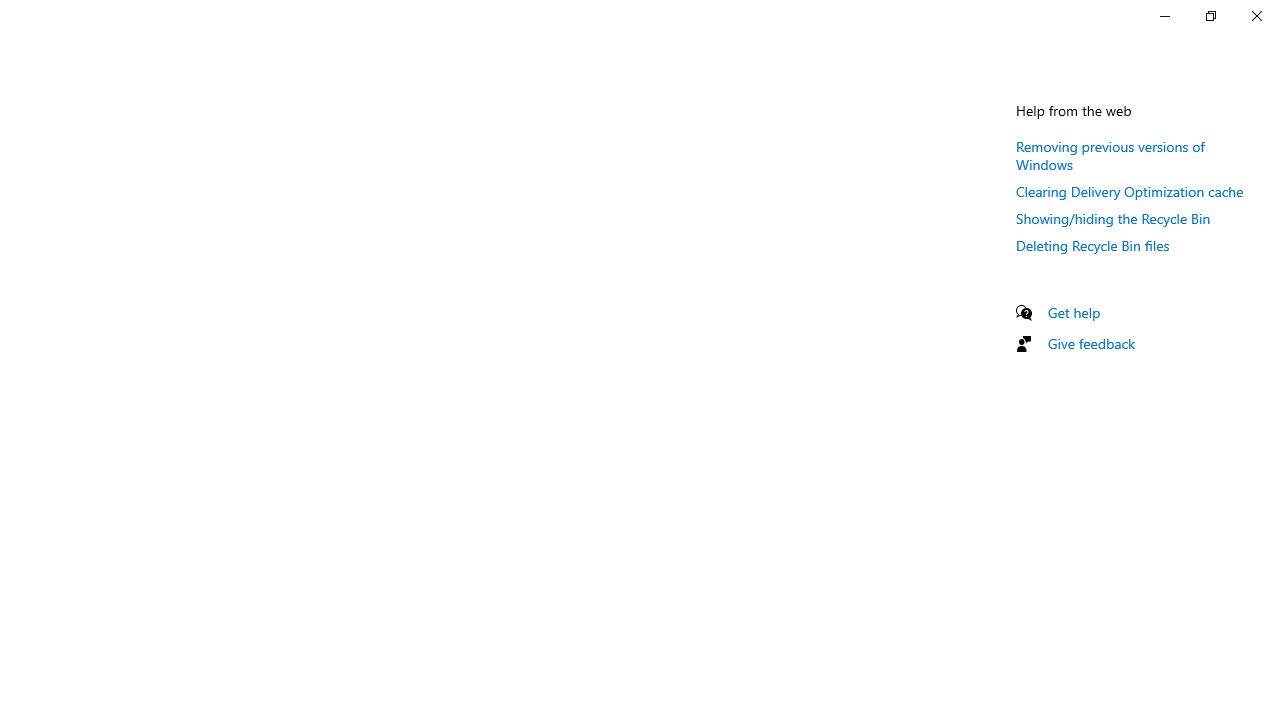 This screenshot has height=720, width=1280. Describe the element at coordinates (1209, 15) in the screenshot. I see `'Restore Settings'` at that location.